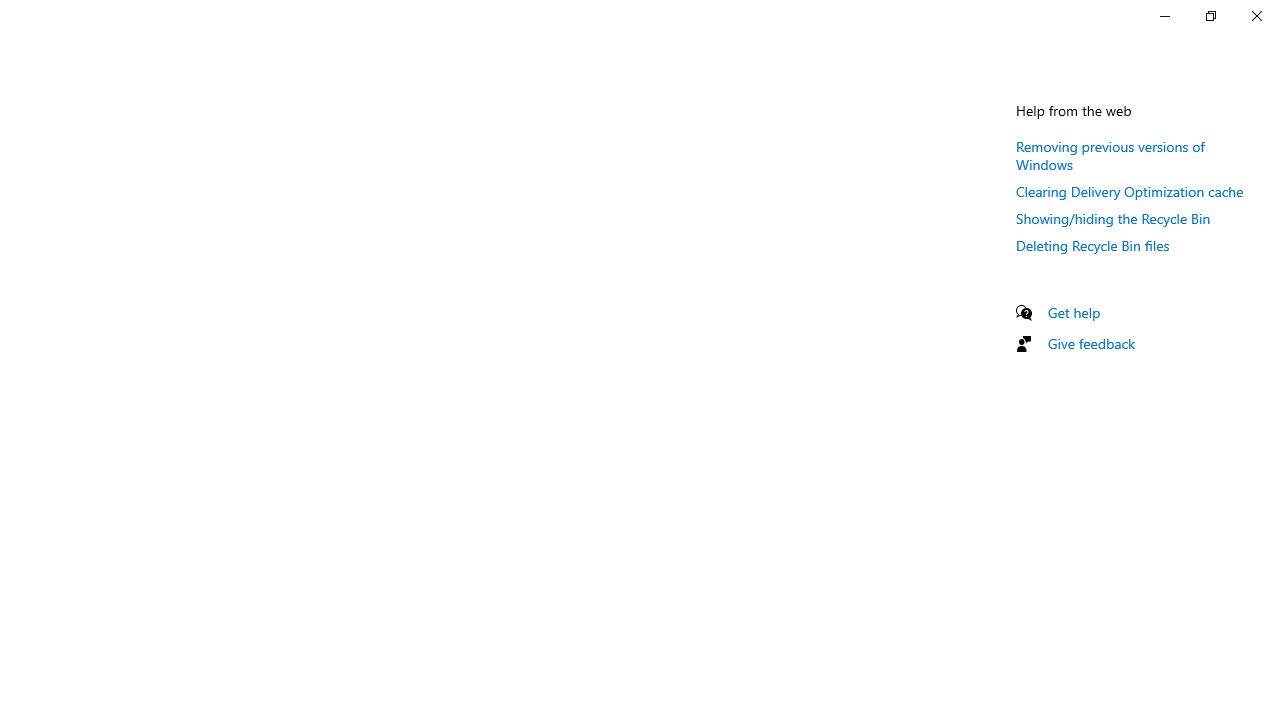 This screenshot has height=720, width=1280. Describe the element at coordinates (1209, 15) in the screenshot. I see `'Restore Settings'` at that location.